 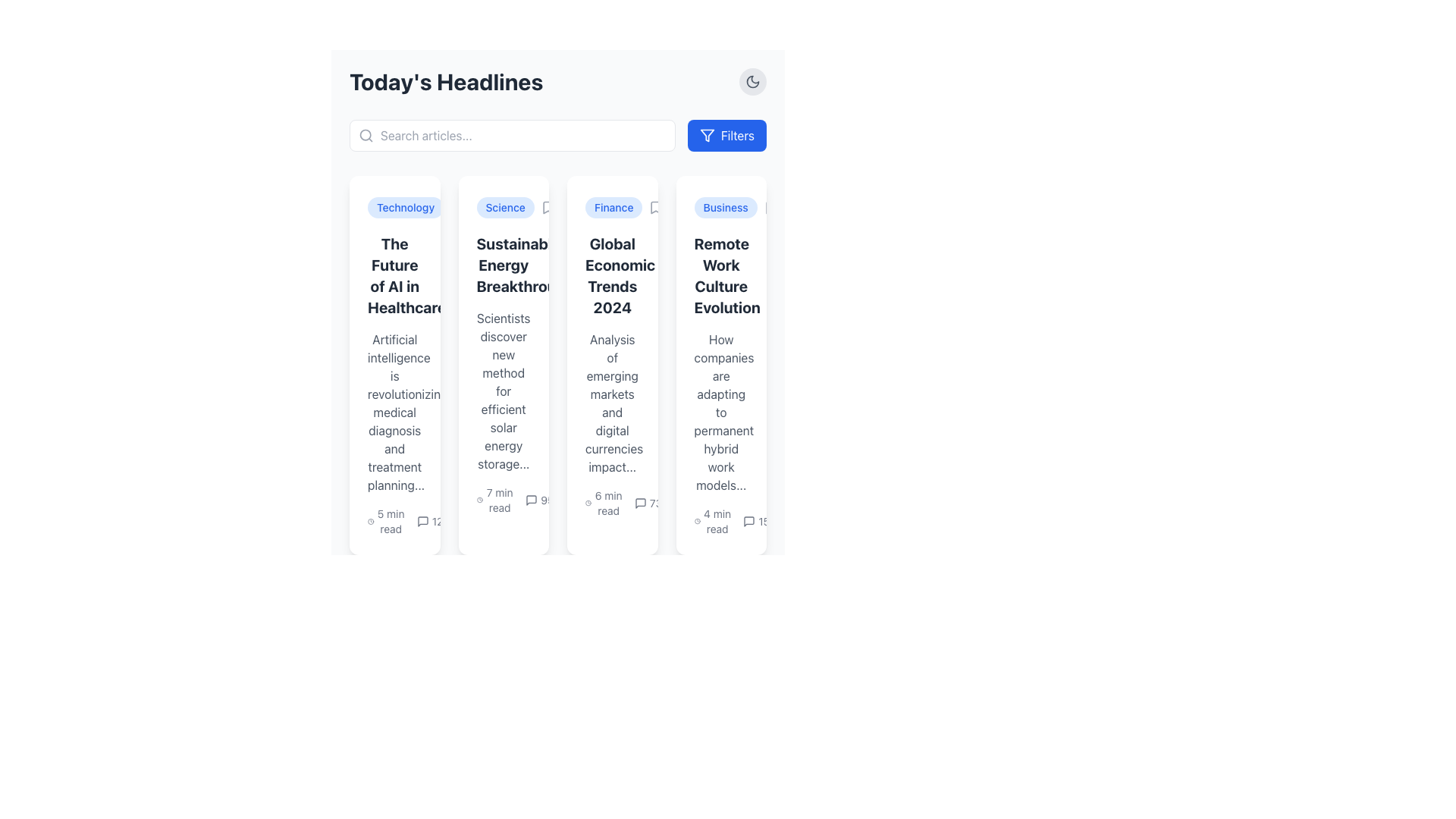 I want to click on 'Technology' label, which is a small rounded label with blue text on a light blue background, located at the top-left of a card-like layout above the title 'The Future of AI in Healthcare', so click(x=394, y=207).